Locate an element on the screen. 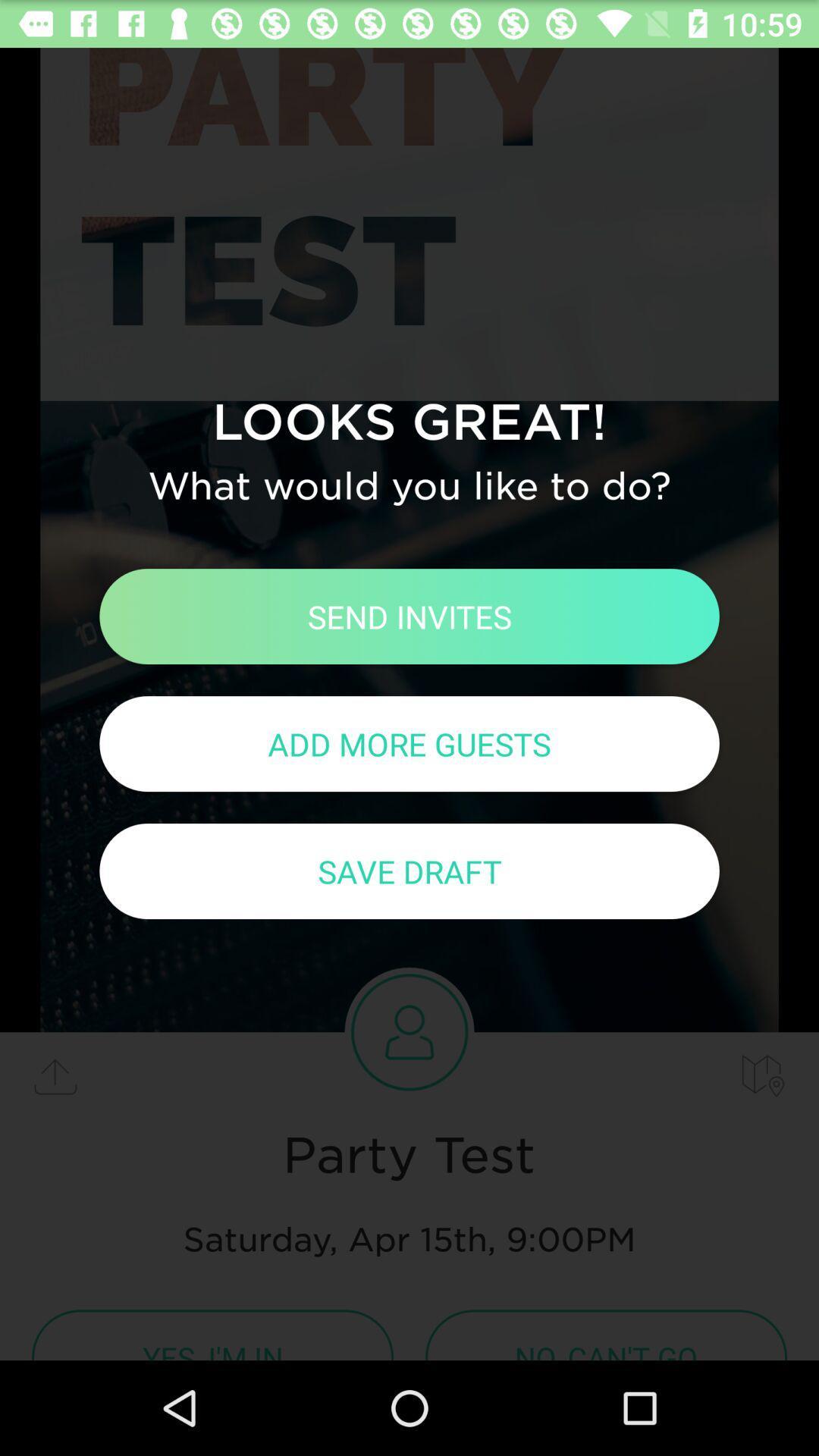 The width and height of the screenshot is (819, 1456). the star icon is located at coordinates (763, 1075).